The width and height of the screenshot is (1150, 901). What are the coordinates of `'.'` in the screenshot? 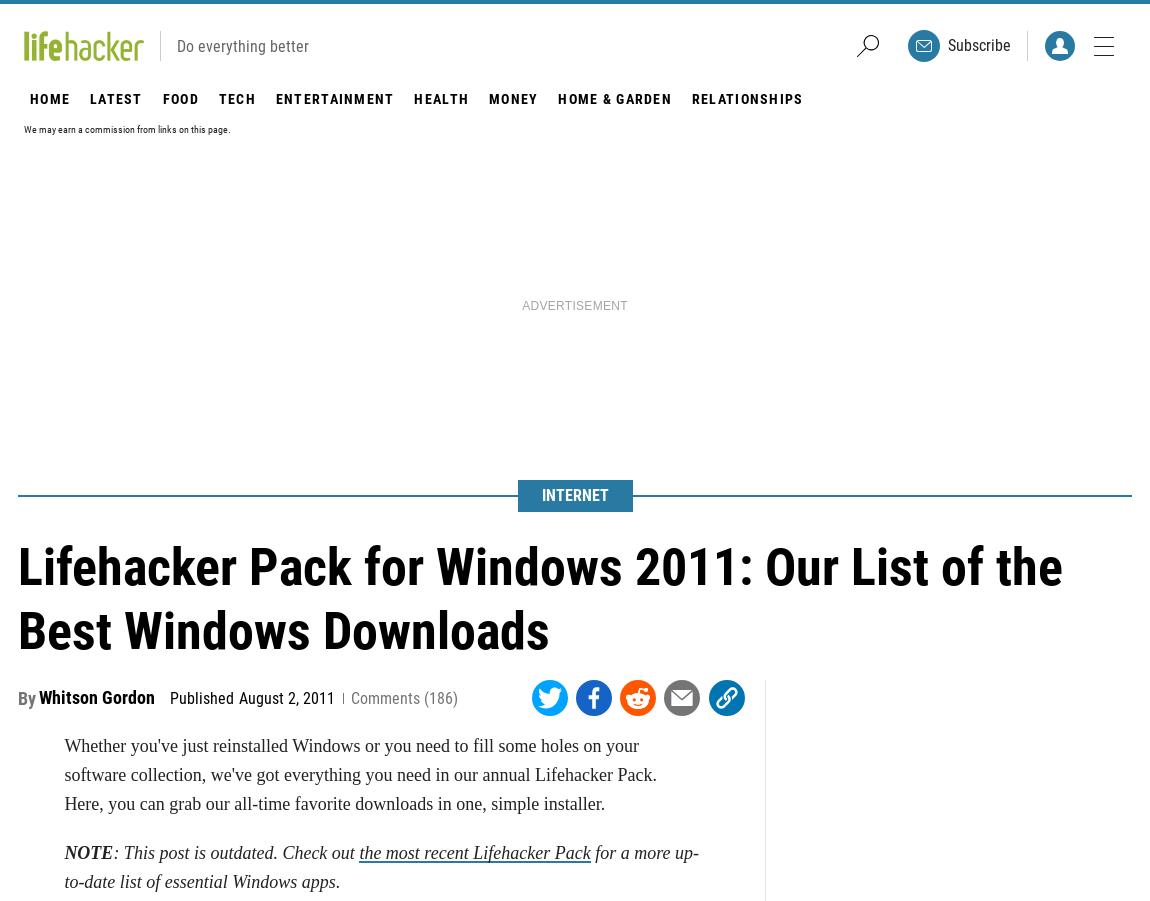 It's located at (233, 70).